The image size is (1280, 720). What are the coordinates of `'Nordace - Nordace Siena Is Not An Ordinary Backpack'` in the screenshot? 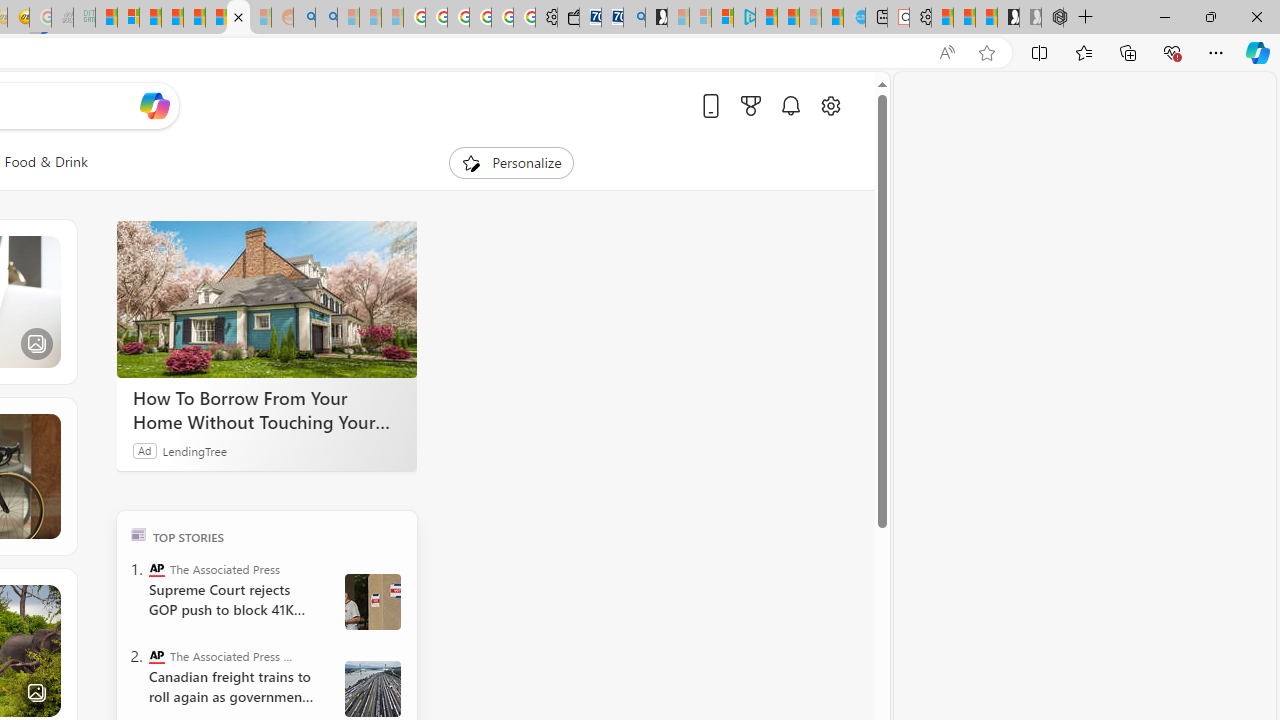 It's located at (1051, 17).